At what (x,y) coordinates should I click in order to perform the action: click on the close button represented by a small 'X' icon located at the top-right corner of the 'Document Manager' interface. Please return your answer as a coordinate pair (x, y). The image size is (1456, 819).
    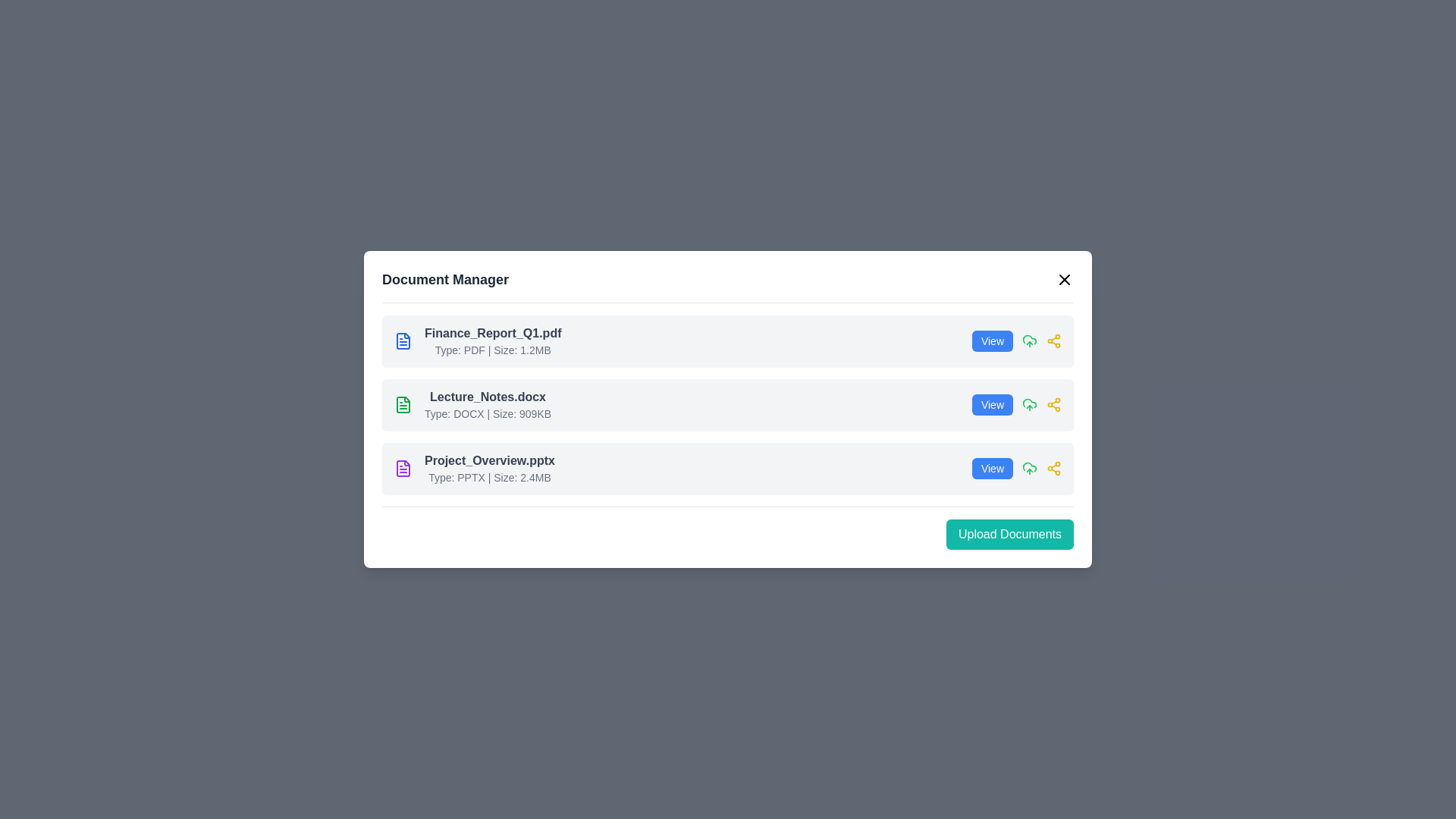
    Looking at the image, I should click on (1063, 280).